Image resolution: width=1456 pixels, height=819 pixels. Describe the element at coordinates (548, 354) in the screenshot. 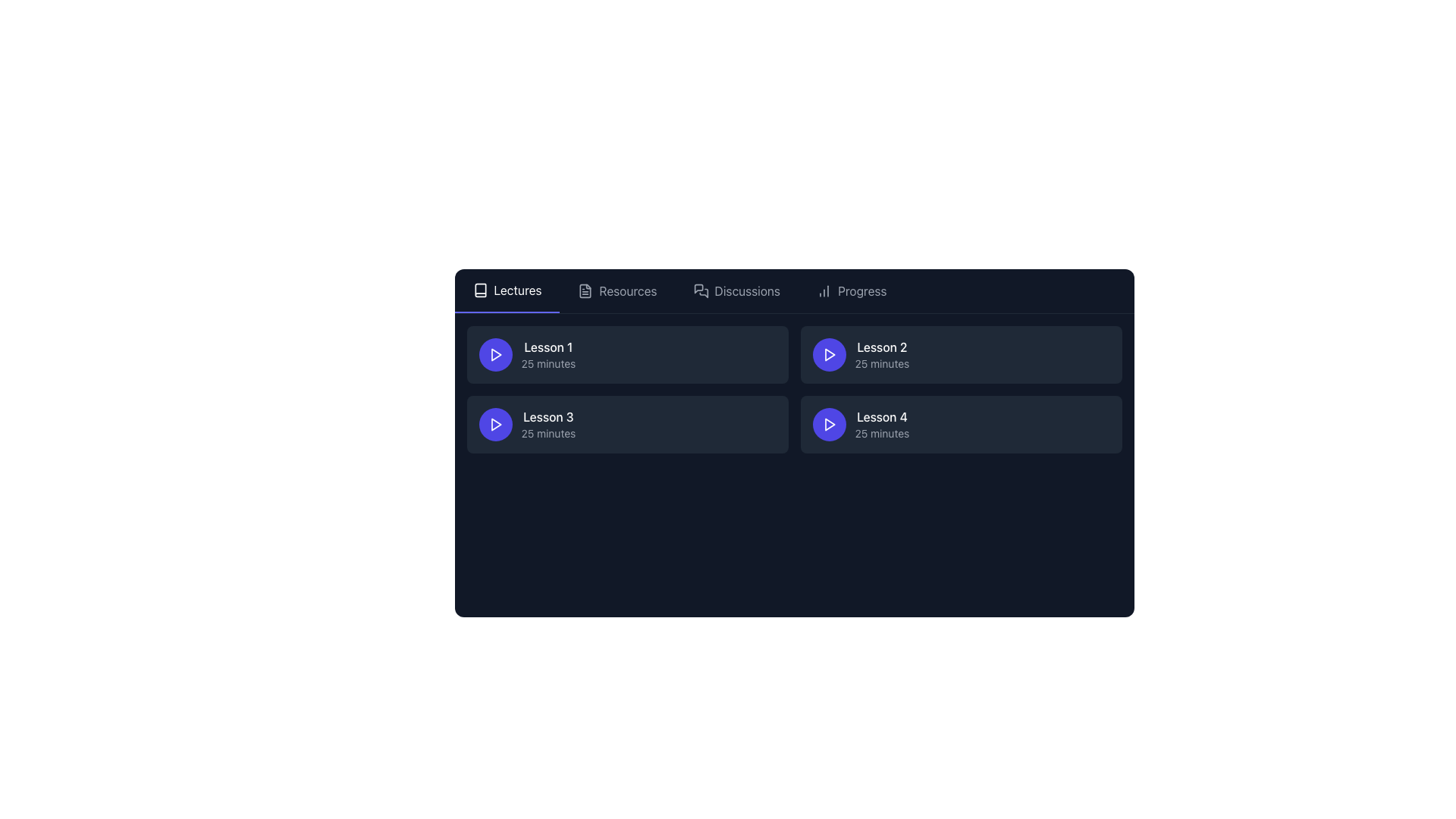

I see `informational label displaying 'Lesson 1' and '25 minutes', which is positioned at the top-left of the grid structure and features a dark-colored card background` at that location.